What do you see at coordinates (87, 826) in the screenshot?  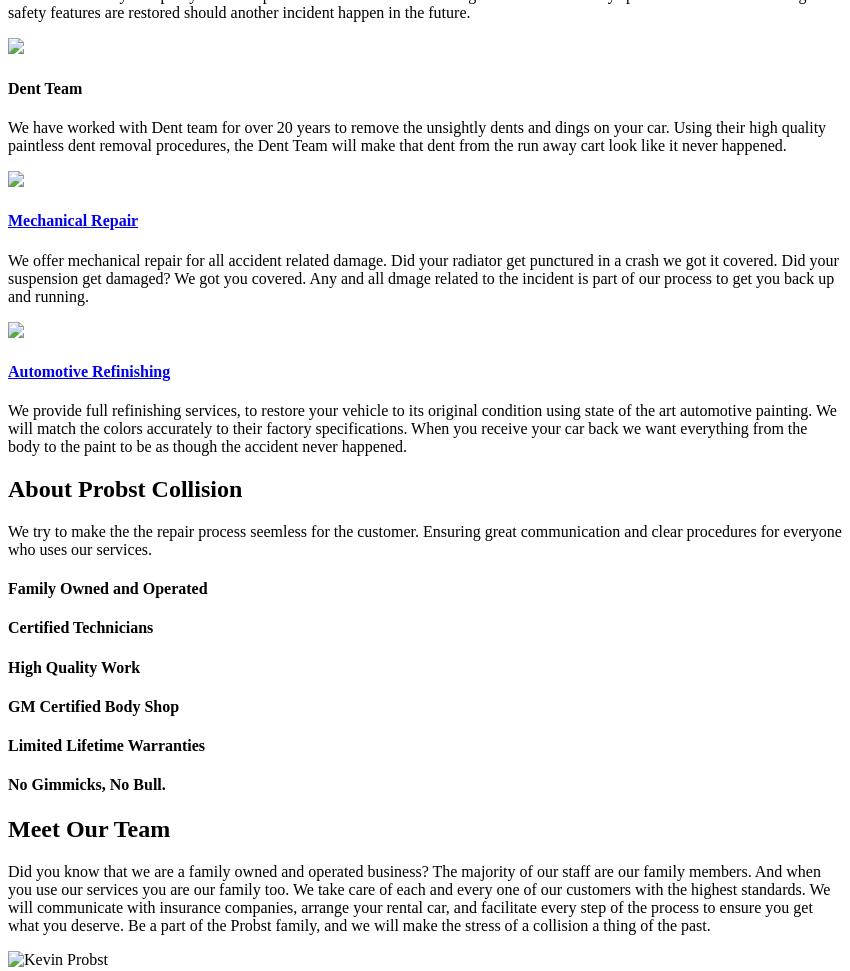 I see `'Meet Our Team'` at bounding box center [87, 826].